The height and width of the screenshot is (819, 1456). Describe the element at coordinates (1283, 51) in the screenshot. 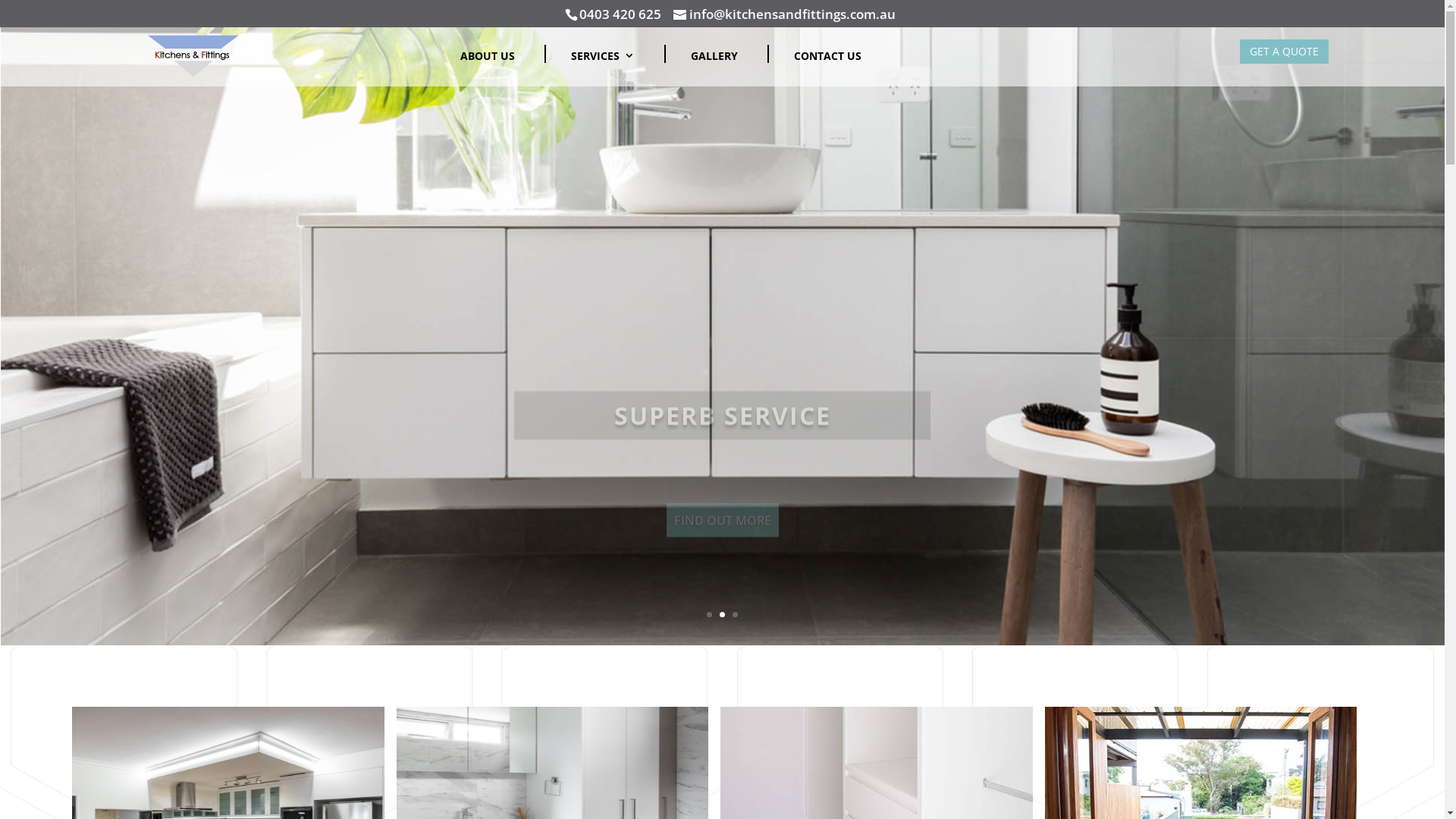

I see `'GET A QUOTE'` at that location.